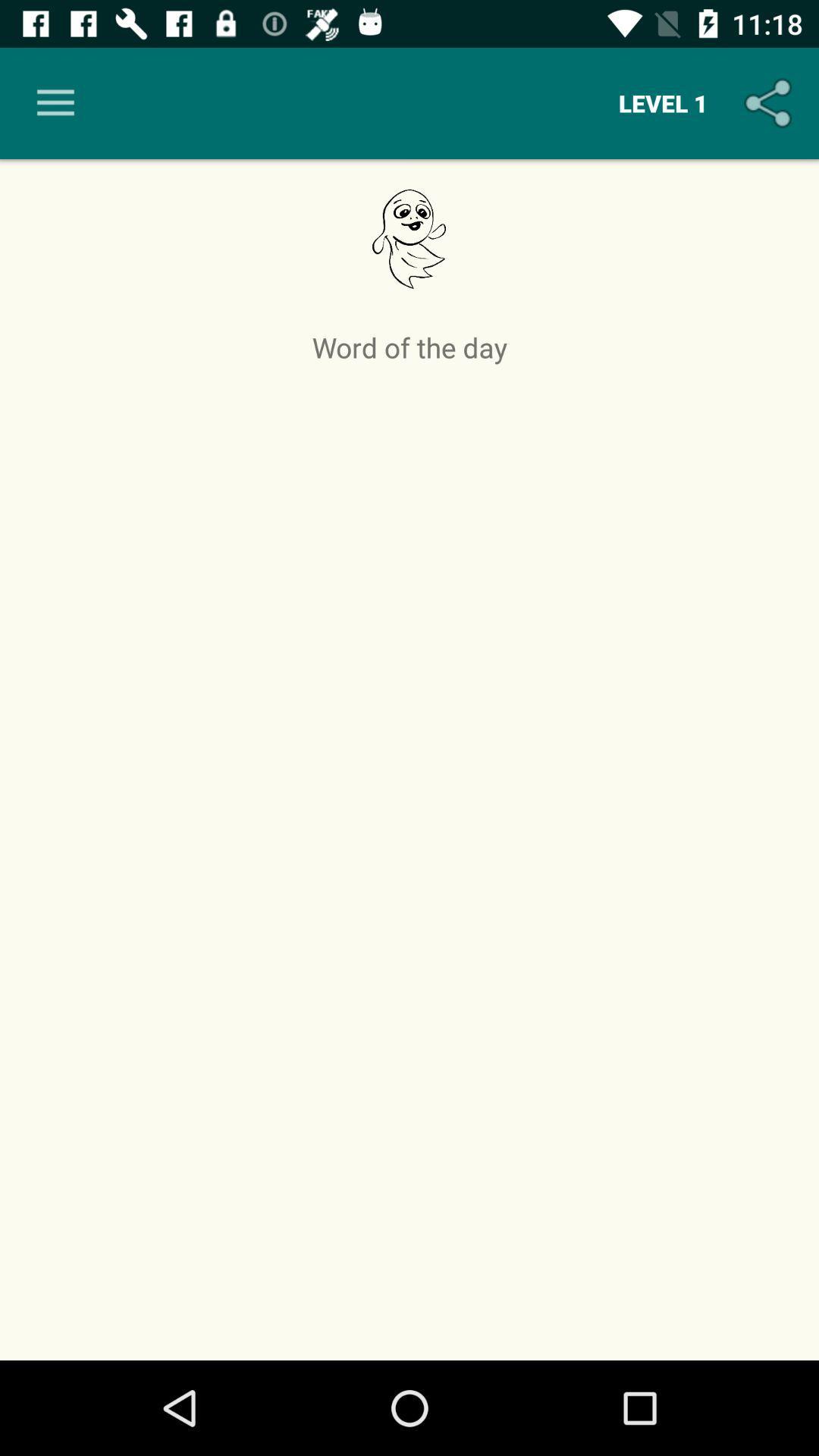 The height and width of the screenshot is (1456, 819). What do you see at coordinates (55, 102) in the screenshot?
I see `icon above the word of the` at bounding box center [55, 102].